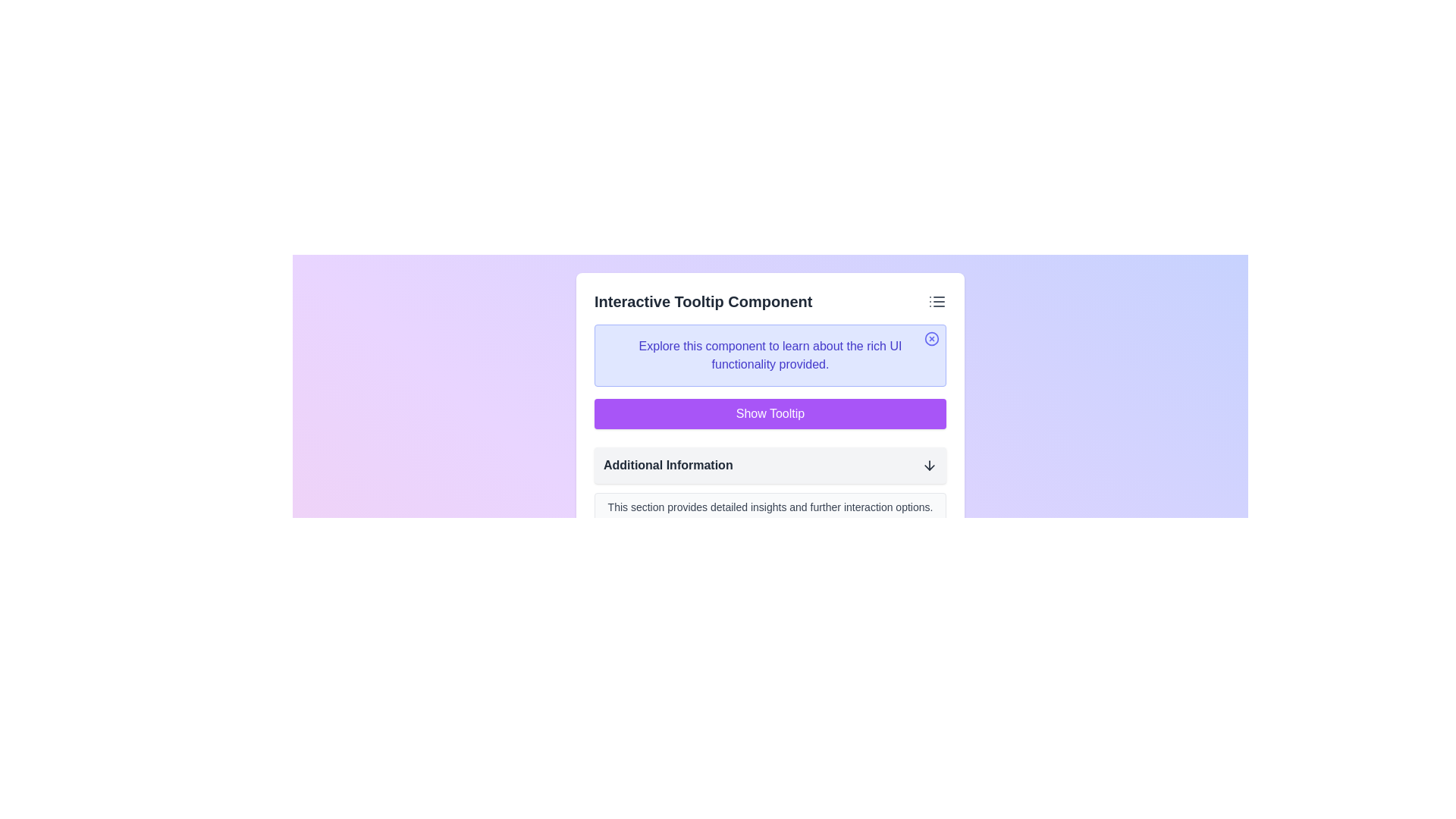 The height and width of the screenshot is (819, 1456). I want to click on the circular indigo button with a cross (×) symbol inside, located in the top-right corner of the panel, to observe any potential hover effects, so click(930, 338).